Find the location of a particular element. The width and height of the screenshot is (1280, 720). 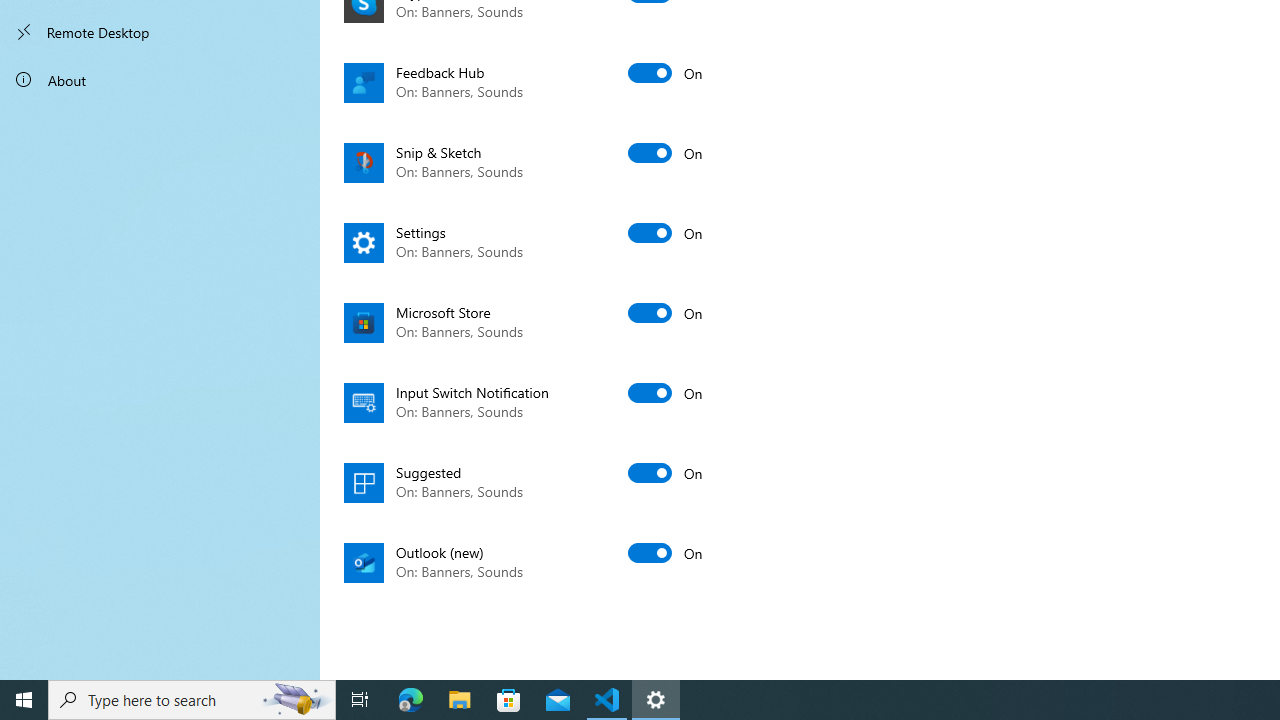

'Visual Studio Code - 1 running window' is located at coordinates (606, 698).